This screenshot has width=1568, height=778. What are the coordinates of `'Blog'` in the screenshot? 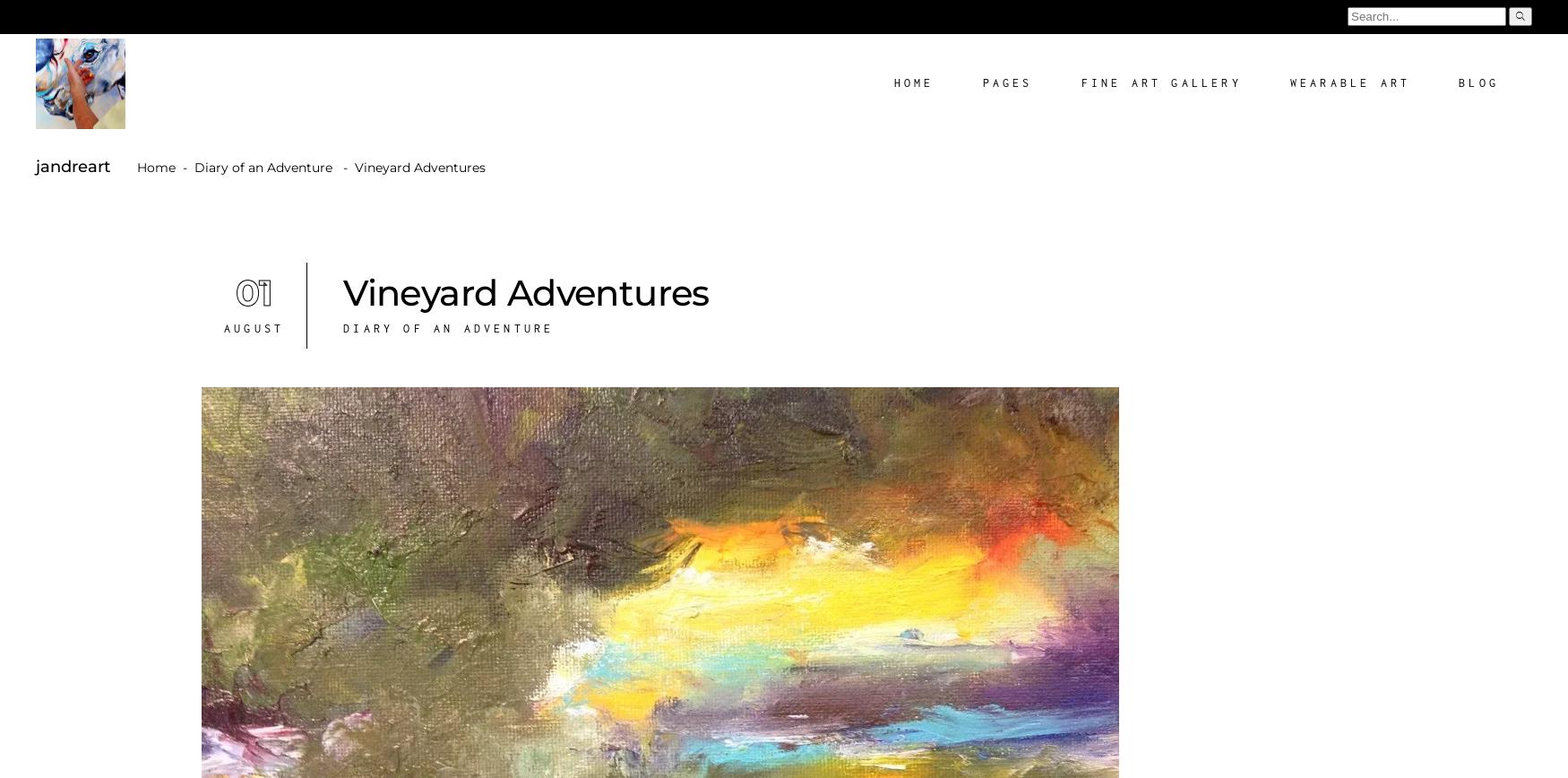 It's located at (1478, 82).